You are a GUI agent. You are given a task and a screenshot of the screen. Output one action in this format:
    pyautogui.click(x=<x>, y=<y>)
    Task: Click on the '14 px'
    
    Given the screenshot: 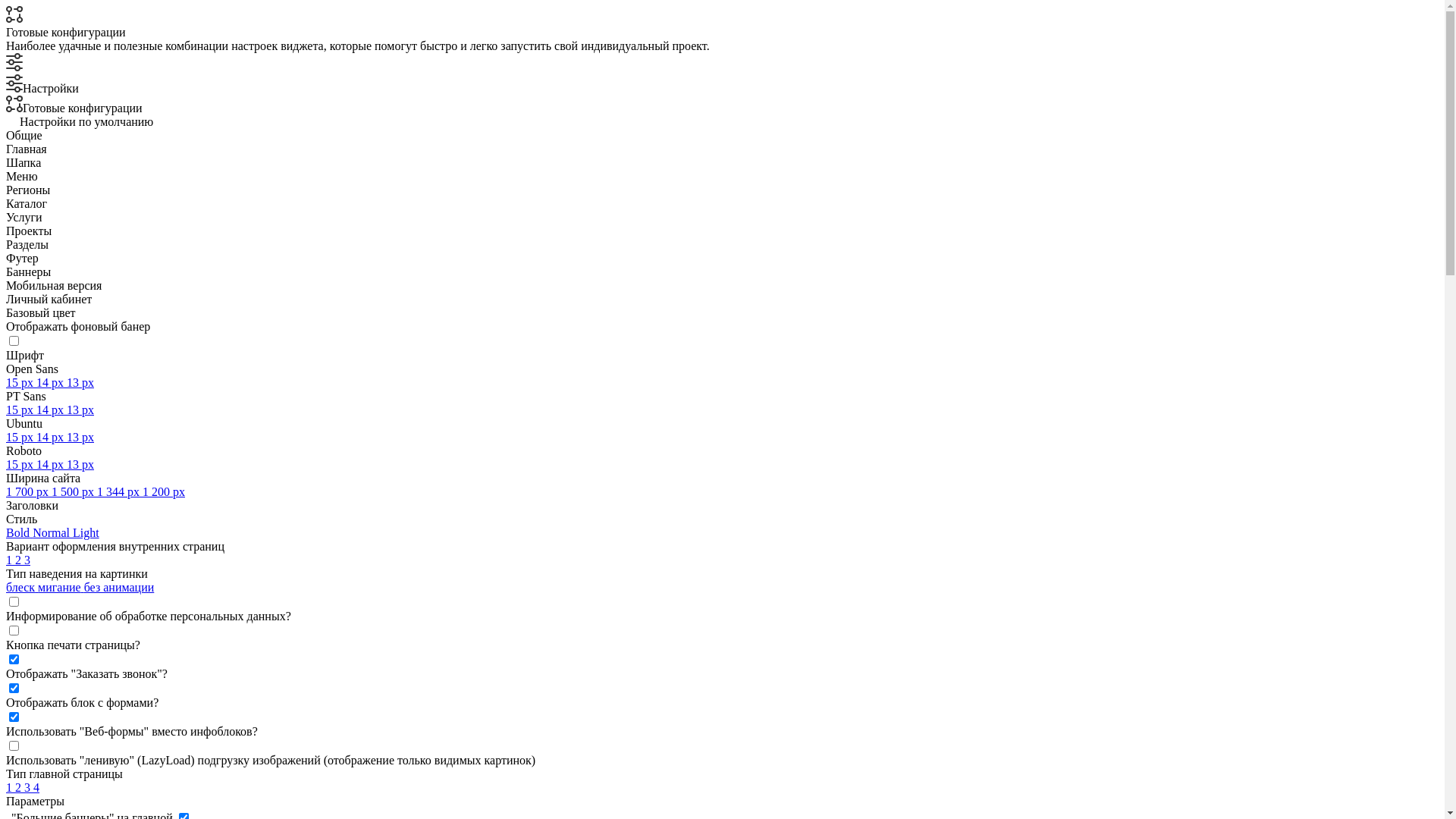 What is the action you would take?
    pyautogui.click(x=51, y=409)
    